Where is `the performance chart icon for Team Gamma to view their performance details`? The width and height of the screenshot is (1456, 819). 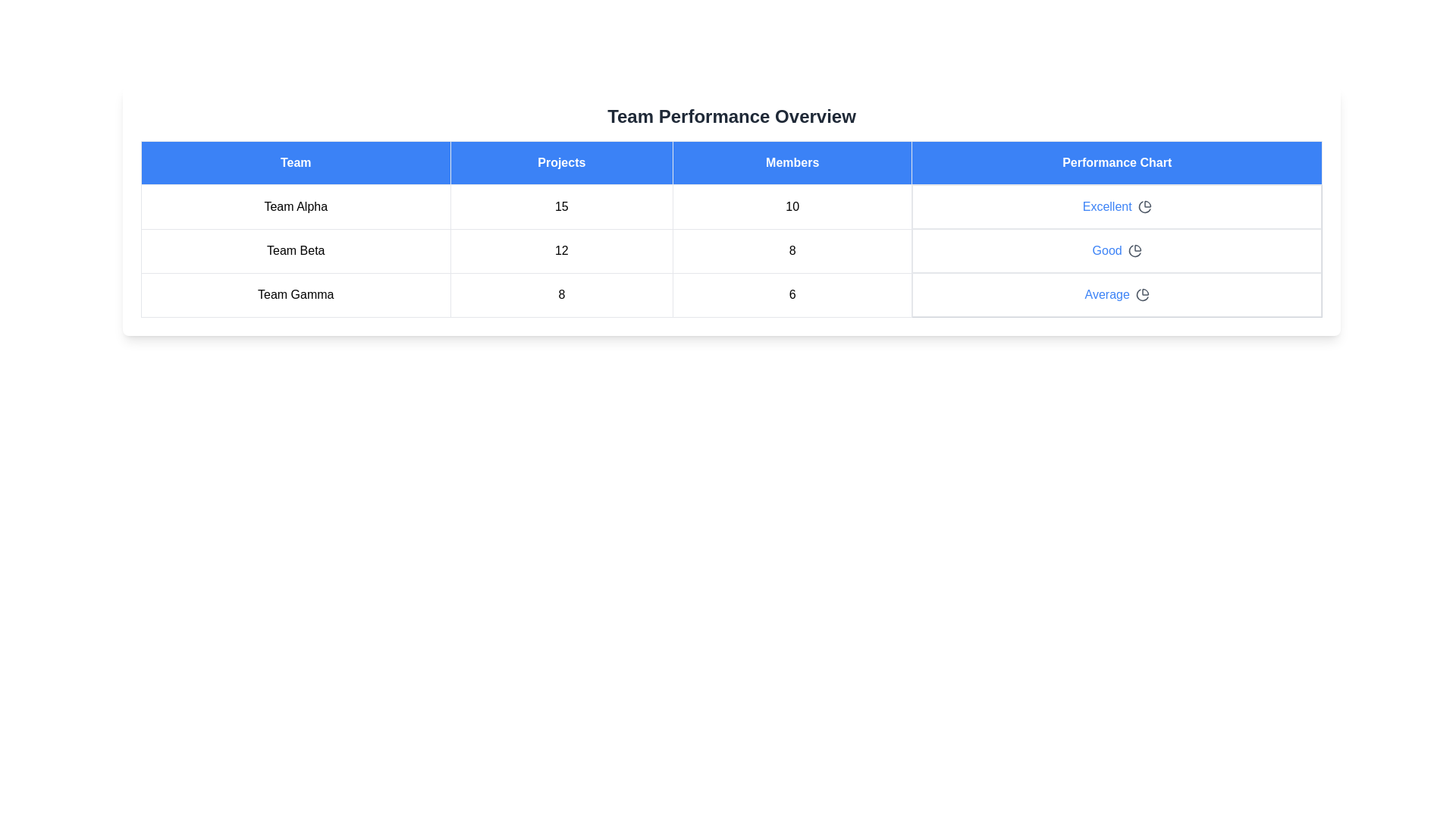 the performance chart icon for Team Gamma to view their performance details is located at coordinates (1142, 295).